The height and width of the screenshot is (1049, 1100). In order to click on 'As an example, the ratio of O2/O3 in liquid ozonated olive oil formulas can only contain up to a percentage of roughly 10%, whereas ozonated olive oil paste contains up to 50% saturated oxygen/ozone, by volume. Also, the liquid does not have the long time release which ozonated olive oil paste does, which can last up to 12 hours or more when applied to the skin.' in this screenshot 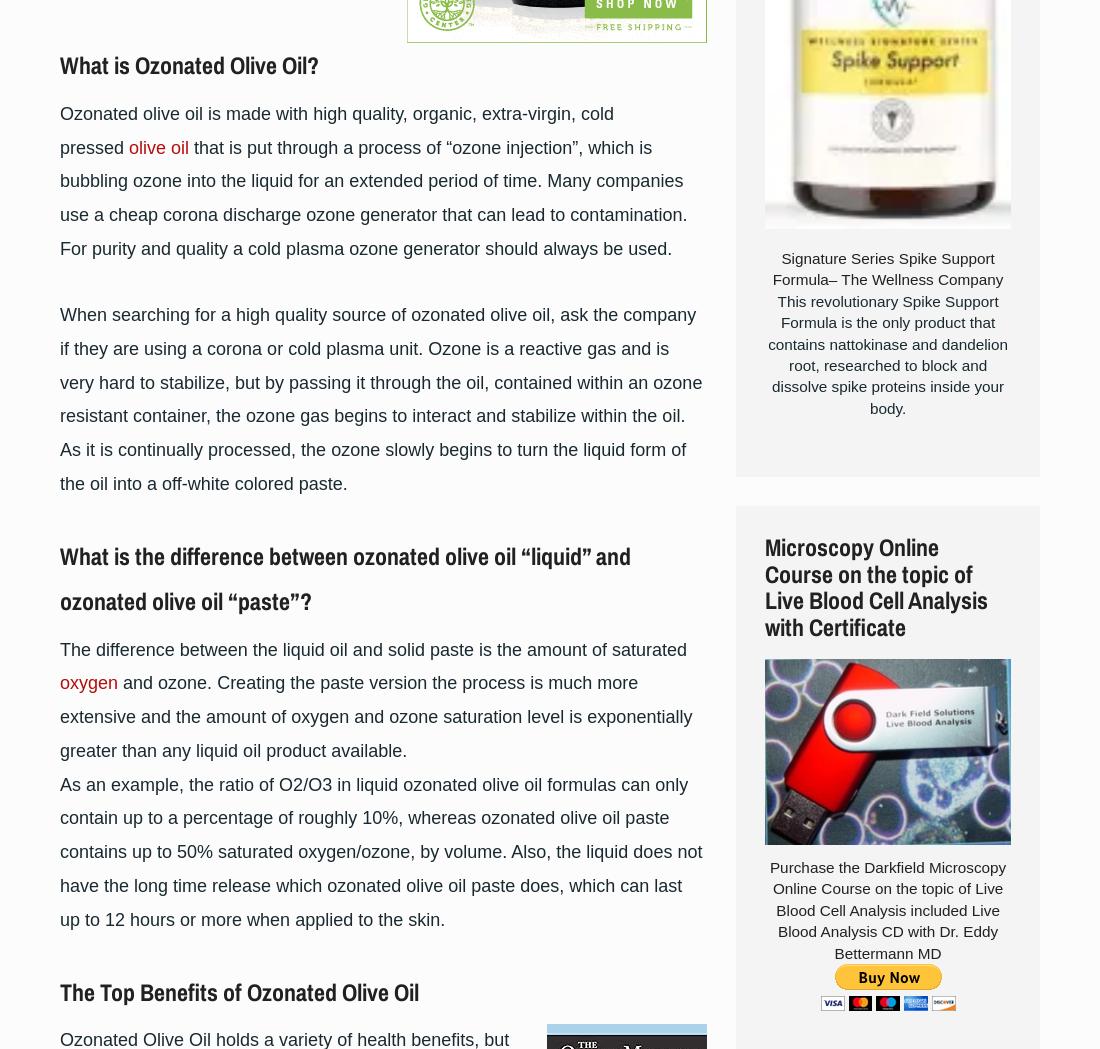, I will do `click(381, 851)`.